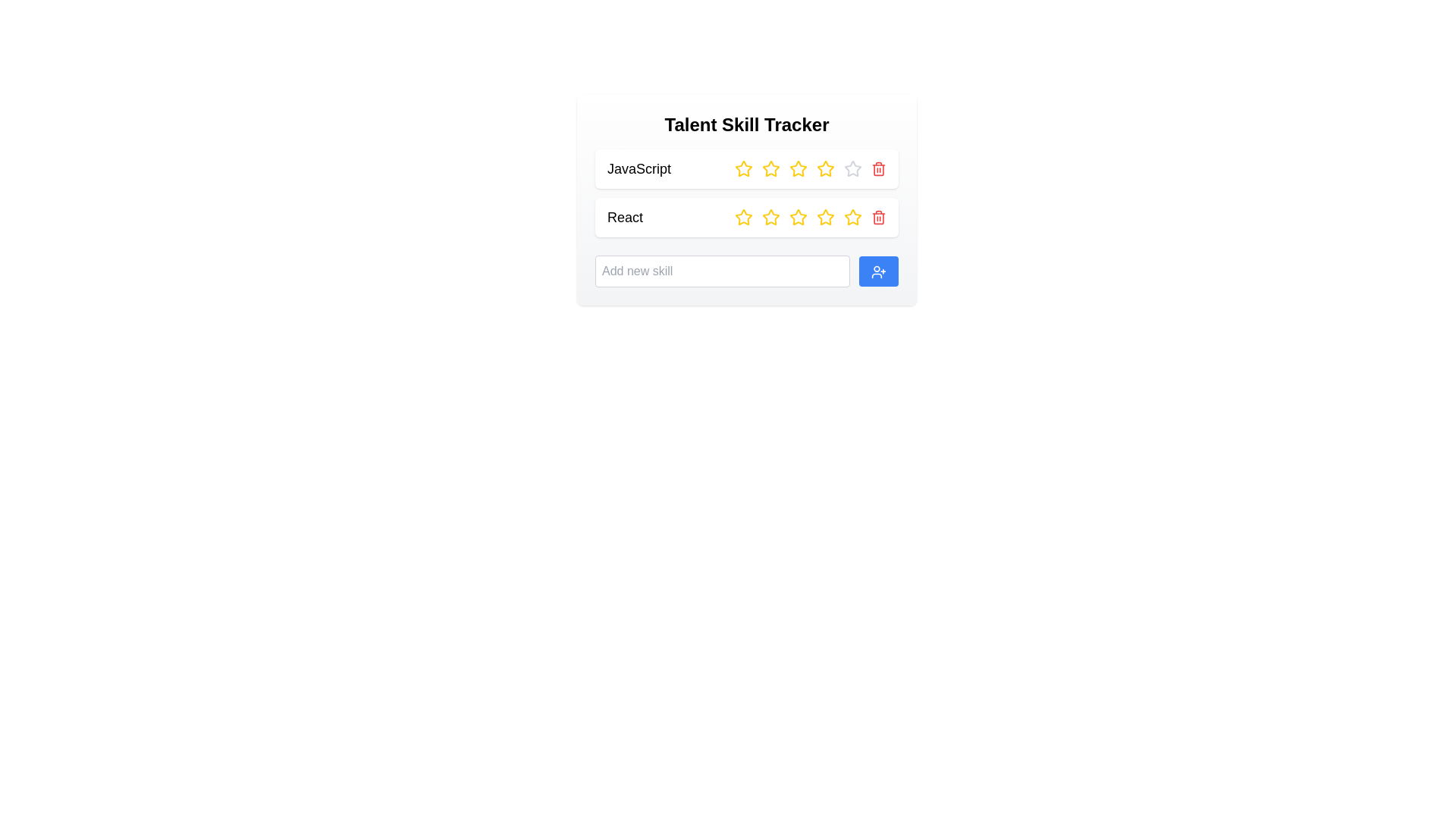  Describe the element at coordinates (825, 217) in the screenshot. I see `the third star in the row of rating stars for the 'React' skill in the 'Talent Skill Tracker' interface` at that location.